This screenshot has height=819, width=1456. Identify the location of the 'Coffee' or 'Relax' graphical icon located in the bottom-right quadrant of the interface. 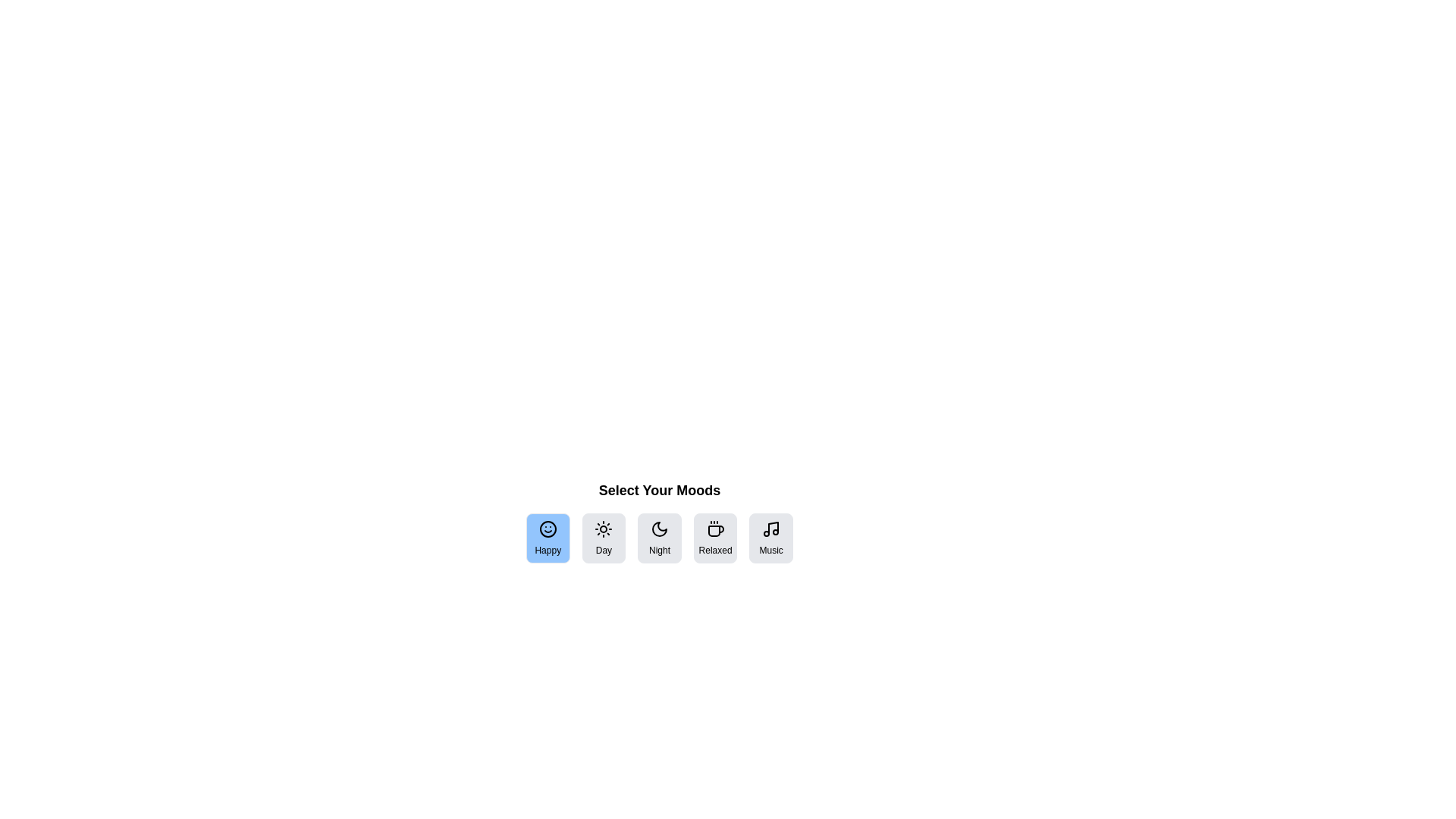
(715, 529).